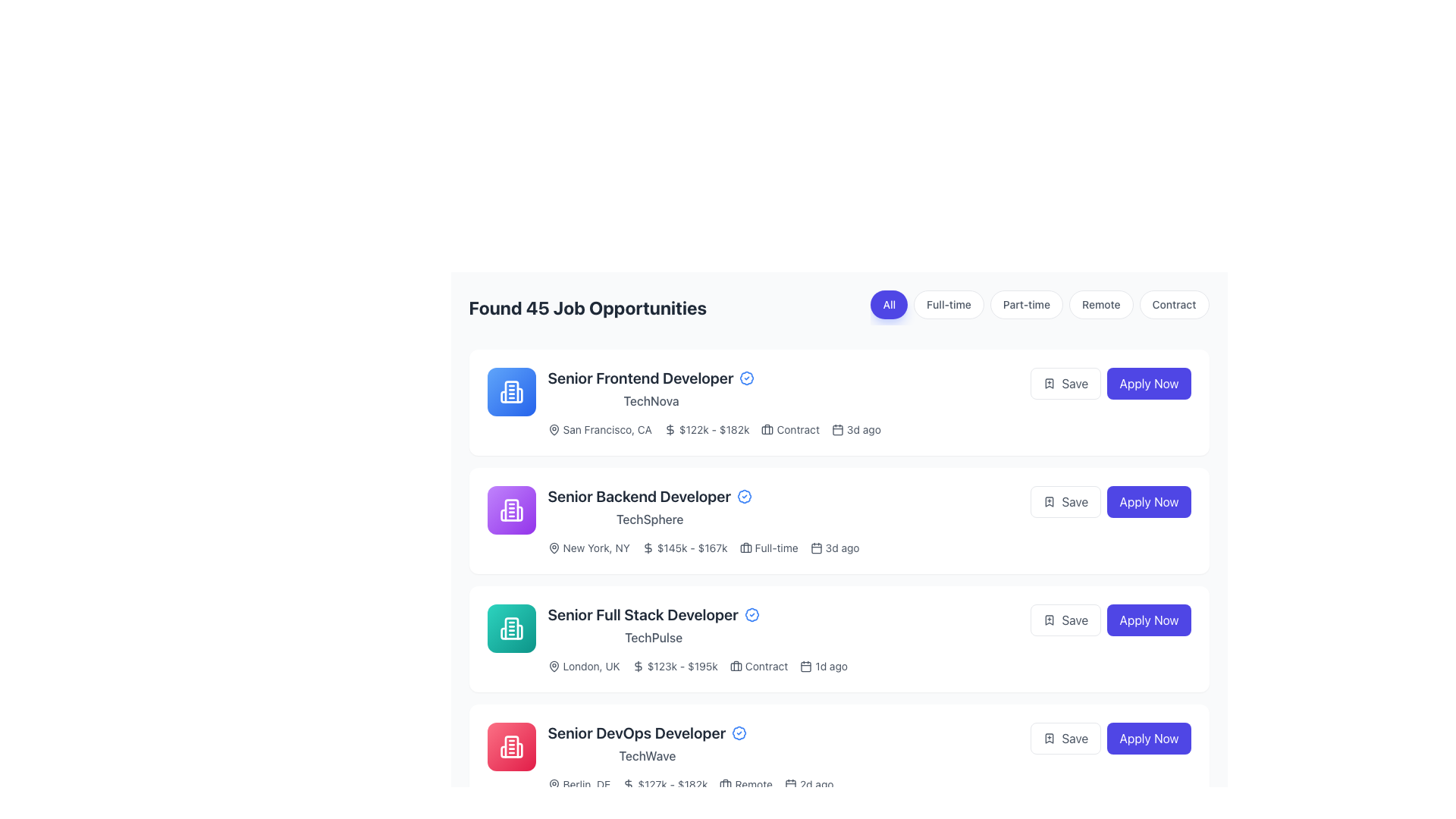  I want to click on the 'Save' button with a bookmark icon, so click(1065, 502).